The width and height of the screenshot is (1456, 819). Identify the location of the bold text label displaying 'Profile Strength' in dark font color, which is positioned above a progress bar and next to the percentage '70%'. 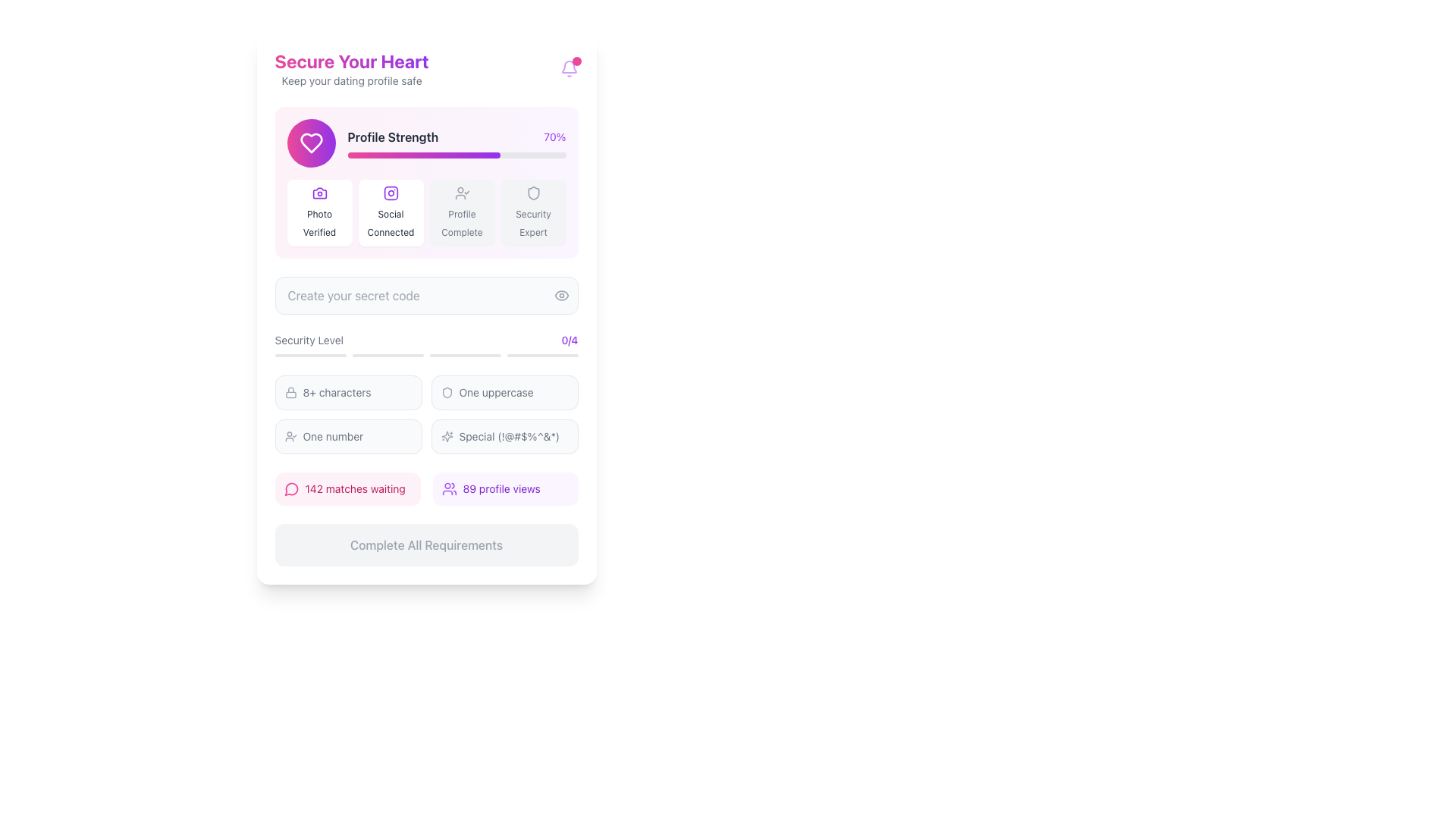
(393, 137).